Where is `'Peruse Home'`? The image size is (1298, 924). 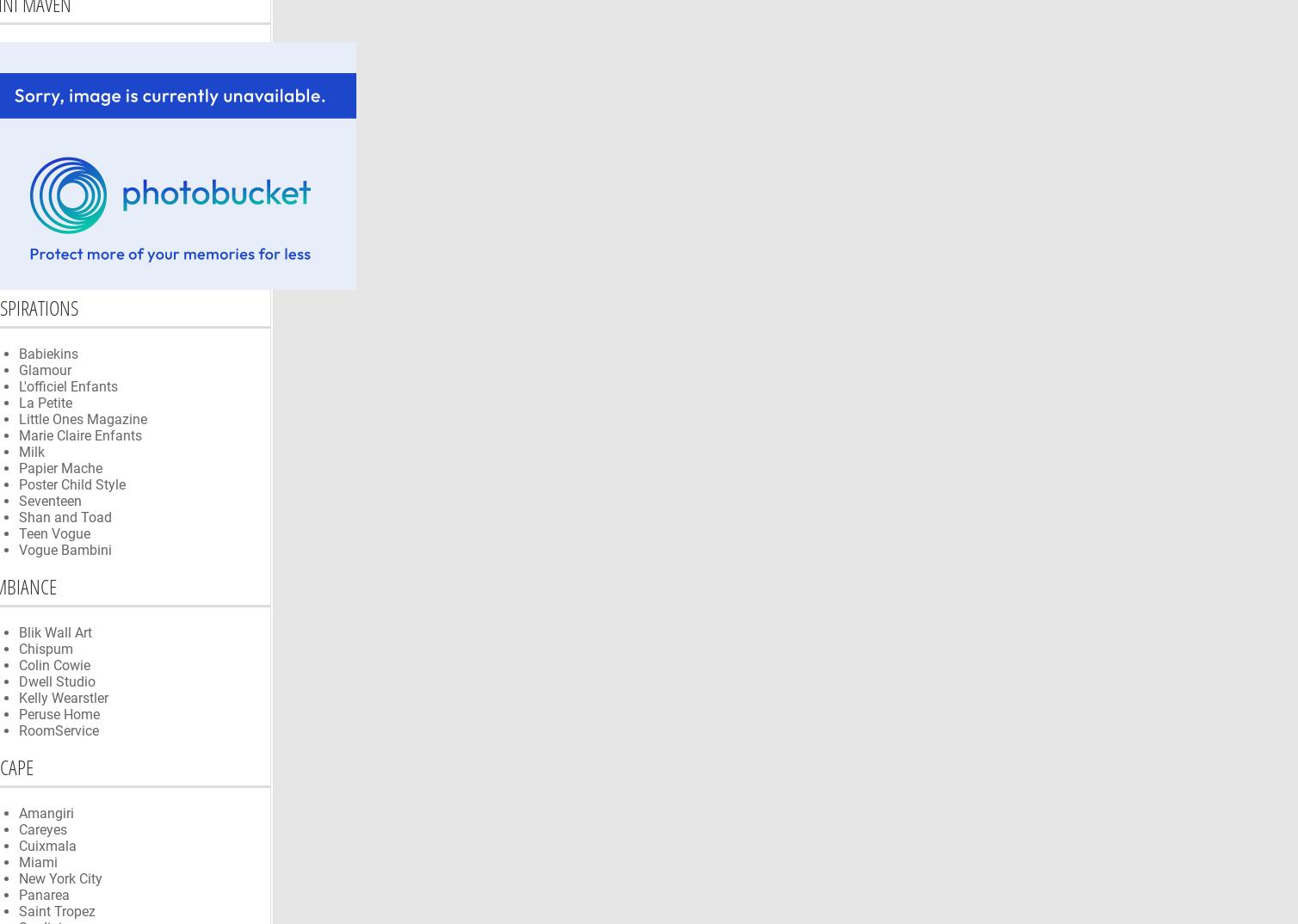
'Peruse Home' is located at coordinates (59, 713).